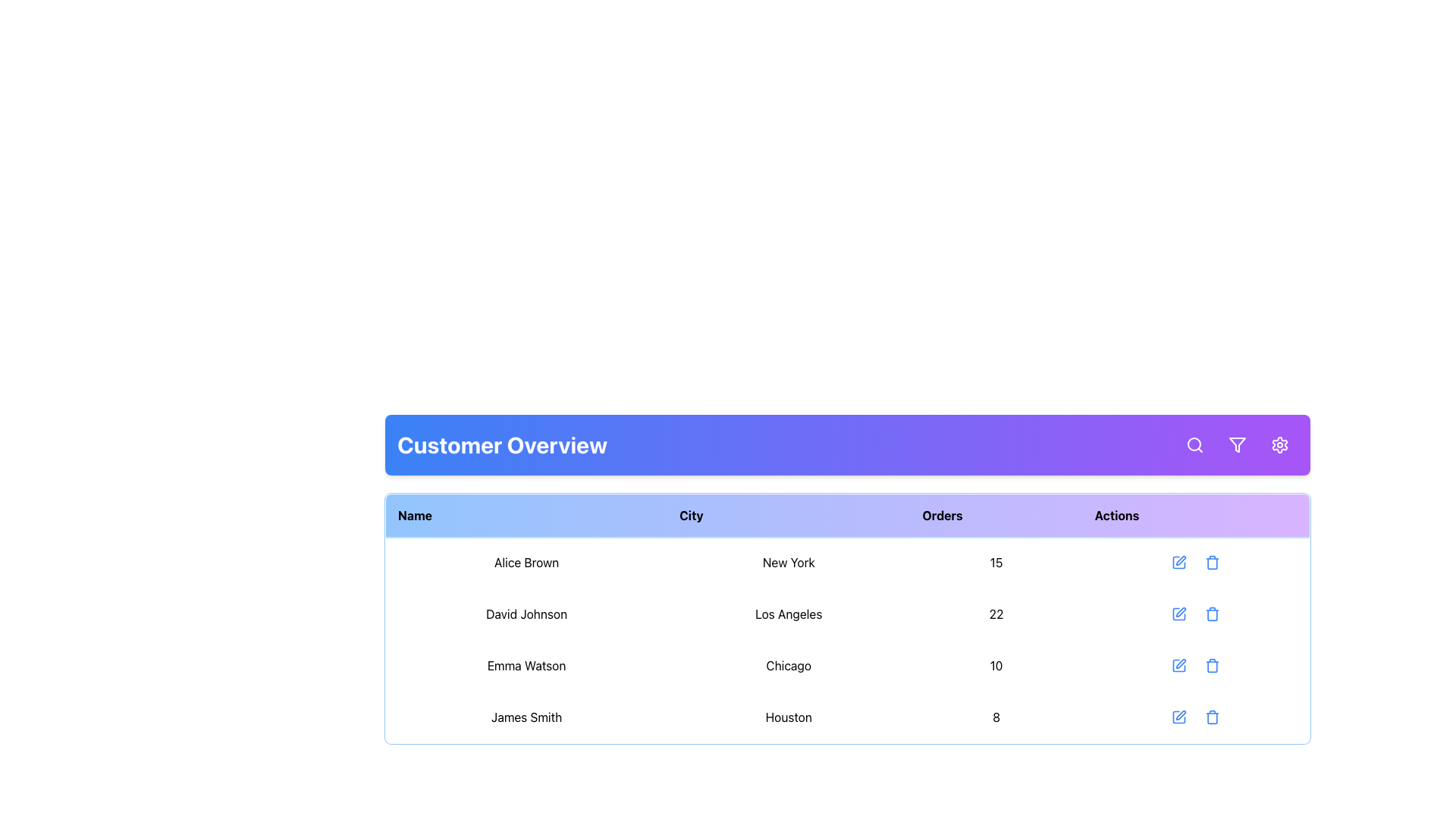 Image resolution: width=1456 pixels, height=819 pixels. Describe the element at coordinates (1212, 717) in the screenshot. I see `the blue trash icon in the last row of the 'Actions' column for the 'James Smith' entry` at that location.